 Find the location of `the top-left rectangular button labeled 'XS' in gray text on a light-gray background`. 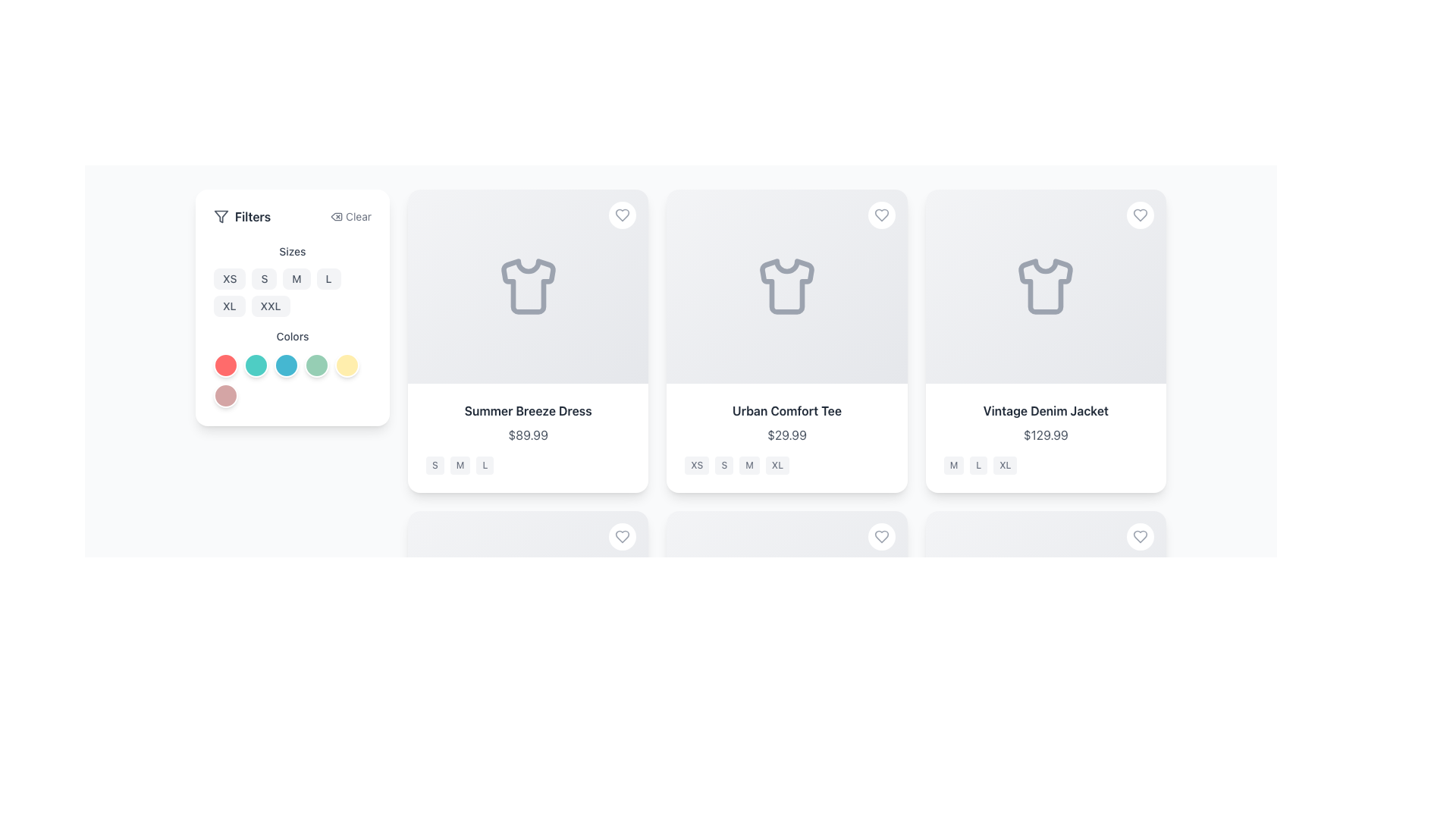

the top-left rectangular button labeled 'XS' in gray text on a light-gray background is located at coordinates (228, 278).